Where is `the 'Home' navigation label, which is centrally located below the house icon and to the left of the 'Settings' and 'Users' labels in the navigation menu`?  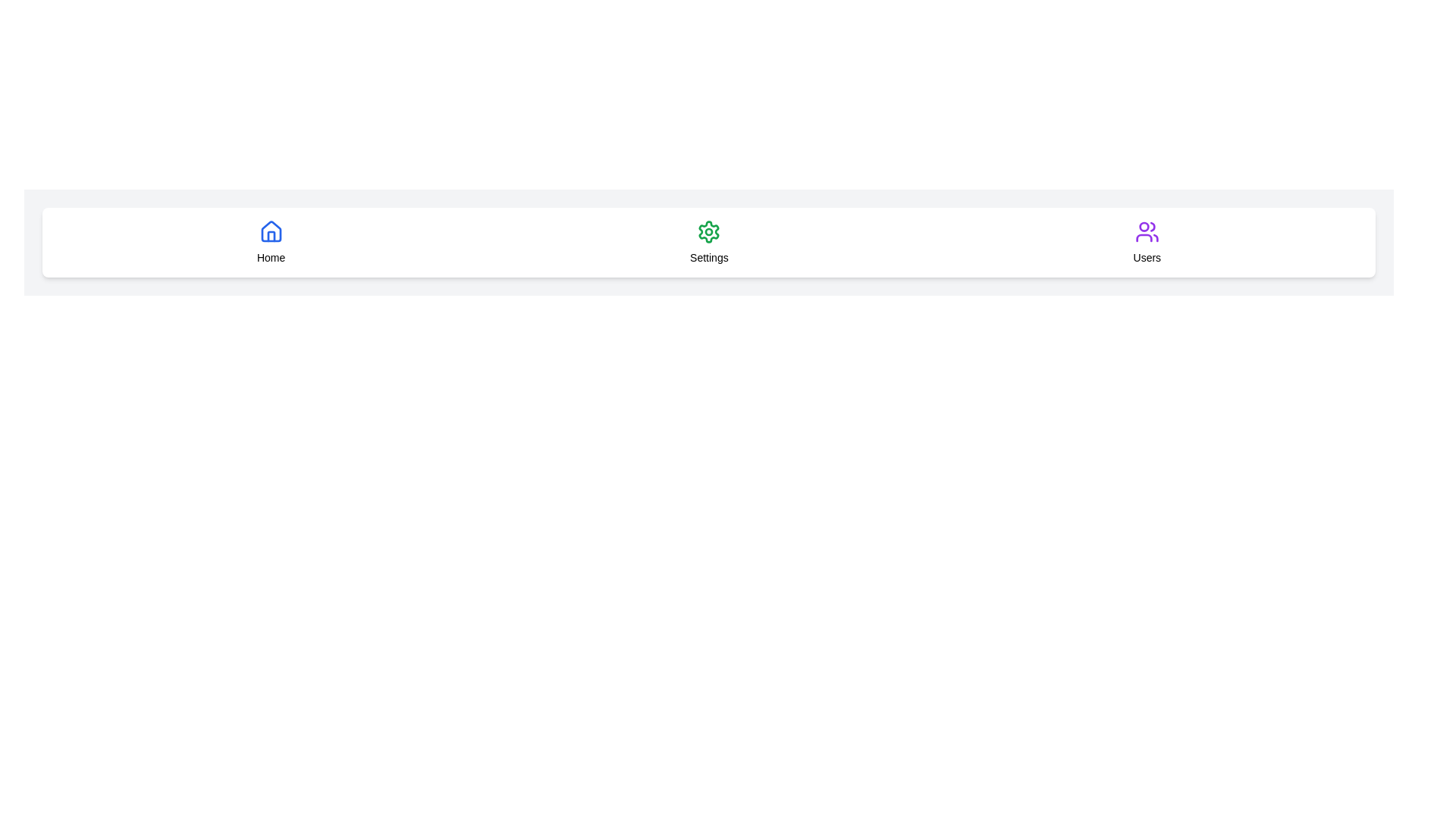
the 'Home' navigation label, which is centrally located below the house icon and to the left of the 'Settings' and 'Users' labels in the navigation menu is located at coordinates (271, 256).